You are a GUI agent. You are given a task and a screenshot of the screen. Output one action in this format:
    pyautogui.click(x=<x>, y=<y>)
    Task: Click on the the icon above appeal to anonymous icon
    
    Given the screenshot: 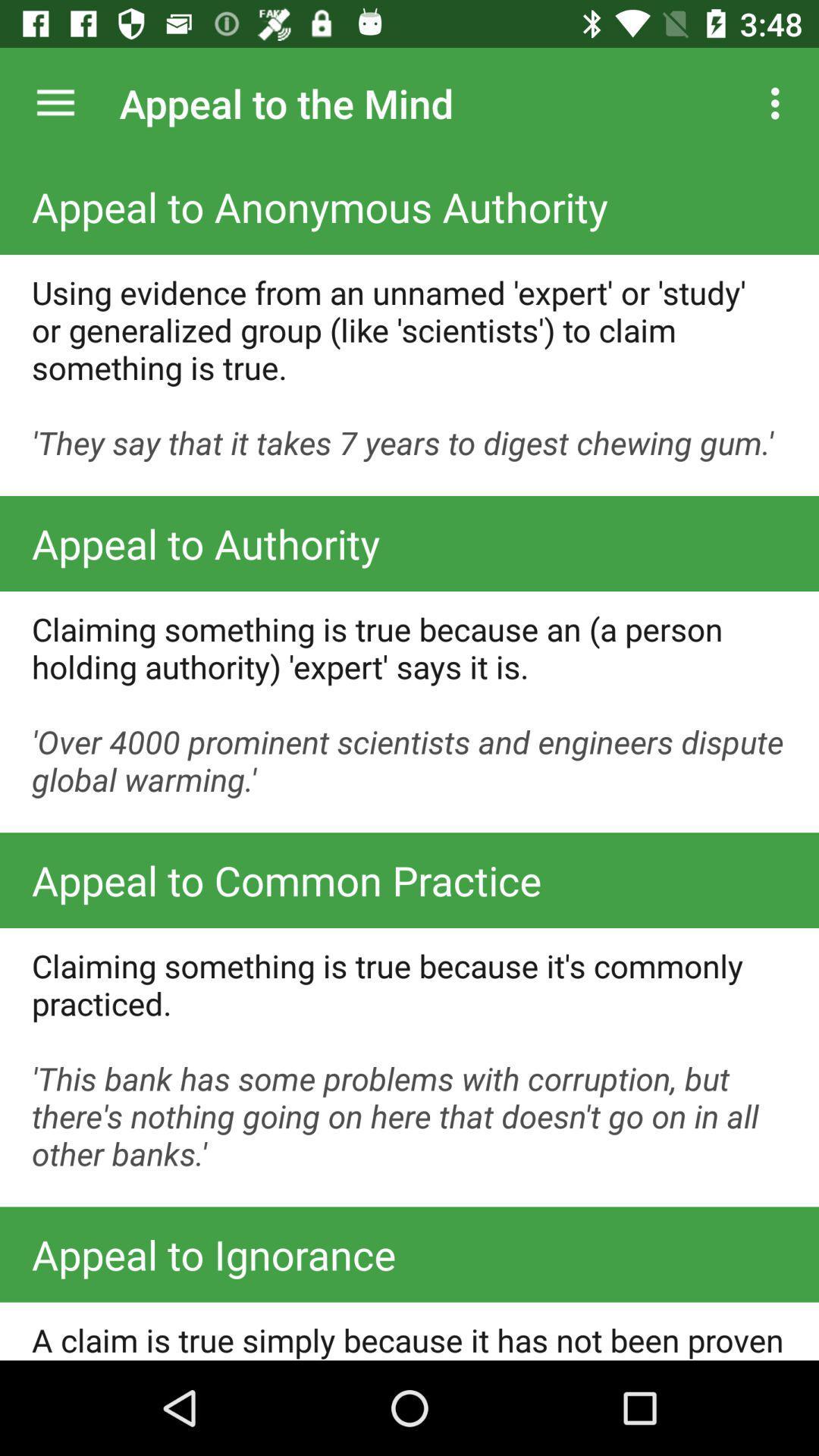 What is the action you would take?
    pyautogui.click(x=55, y=102)
    